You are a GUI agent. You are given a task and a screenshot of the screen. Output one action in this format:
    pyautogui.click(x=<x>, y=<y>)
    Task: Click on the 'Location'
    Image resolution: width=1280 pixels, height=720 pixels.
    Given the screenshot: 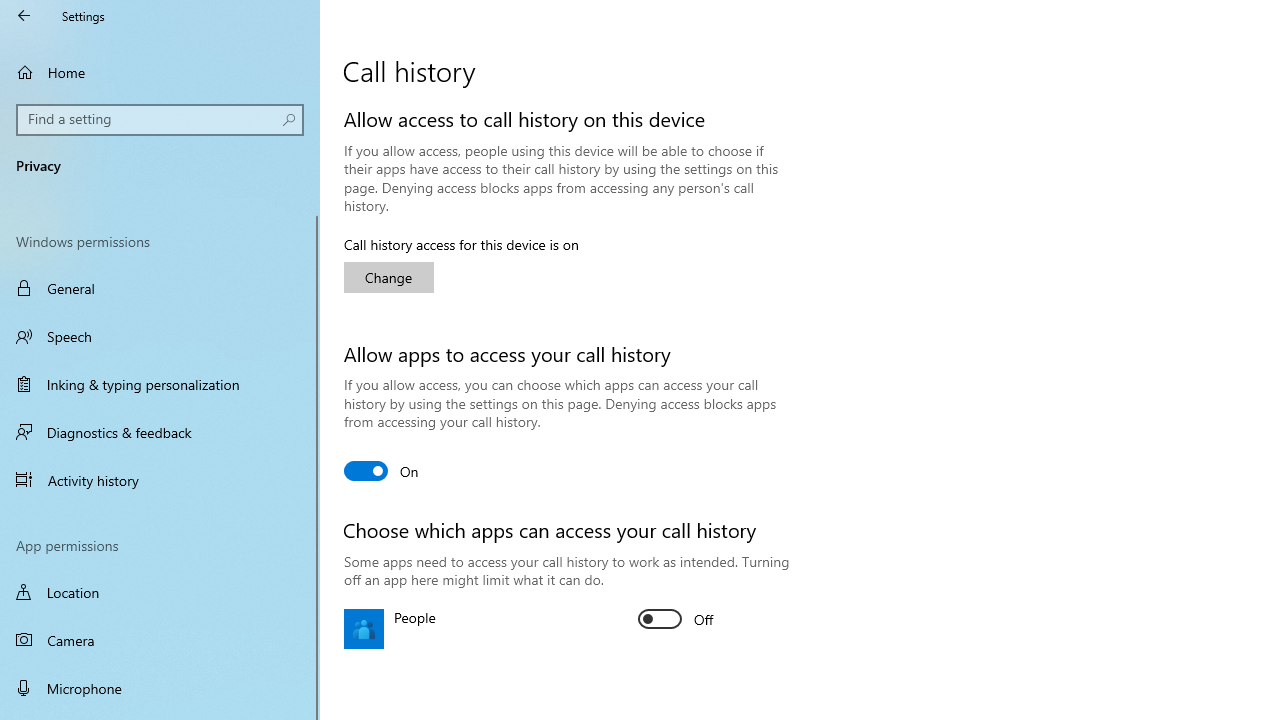 What is the action you would take?
    pyautogui.click(x=160, y=591)
    